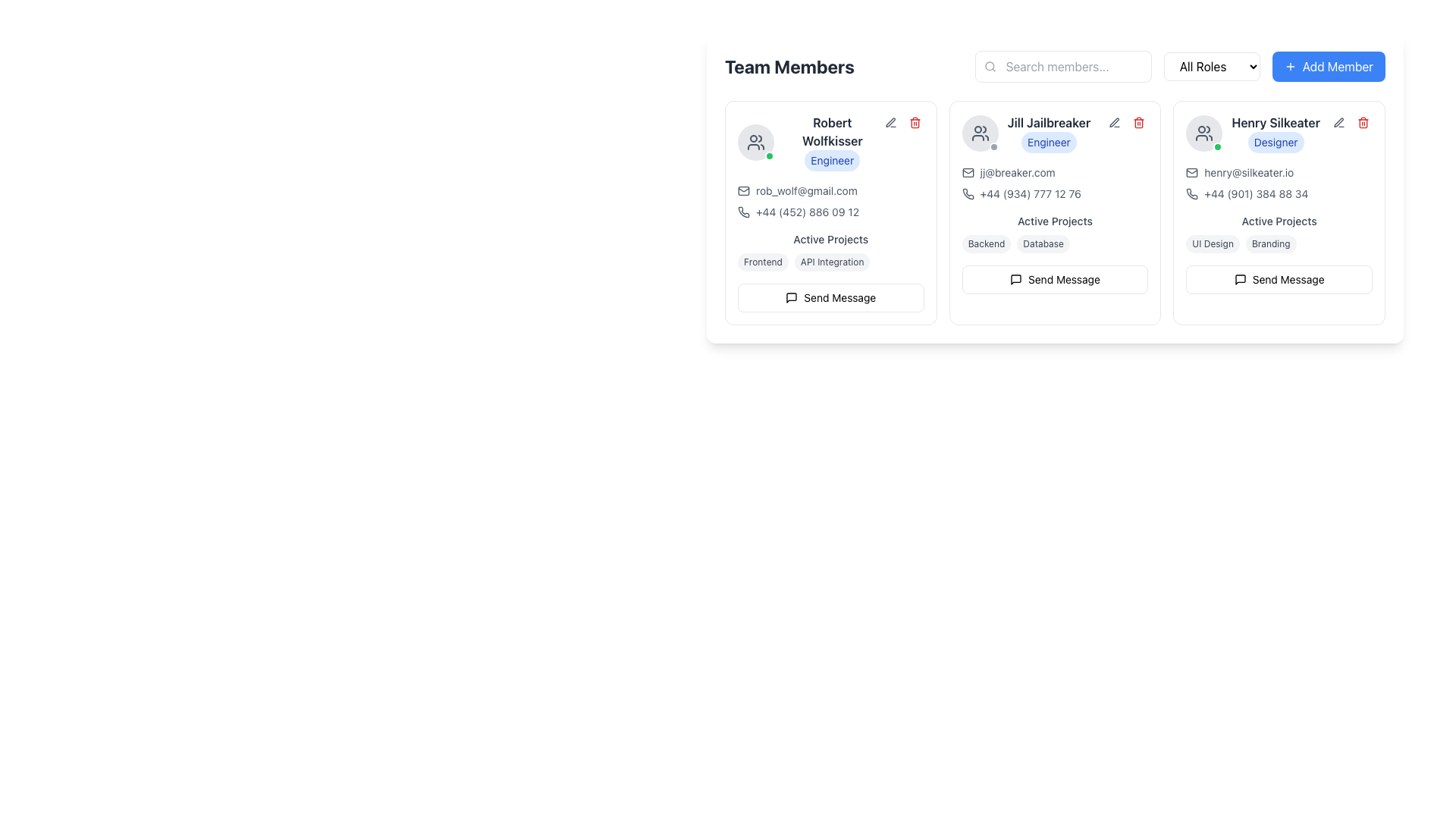 The height and width of the screenshot is (819, 1456). What do you see at coordinates (1043, 243) in the screenshot?
I see `the small, rounded label with light gray background and dark gray text that reads 'Database', which is the second tag in the 'Active Projects' section of Jill Jailbreaker's user card` at bounding box center [1043, 243].